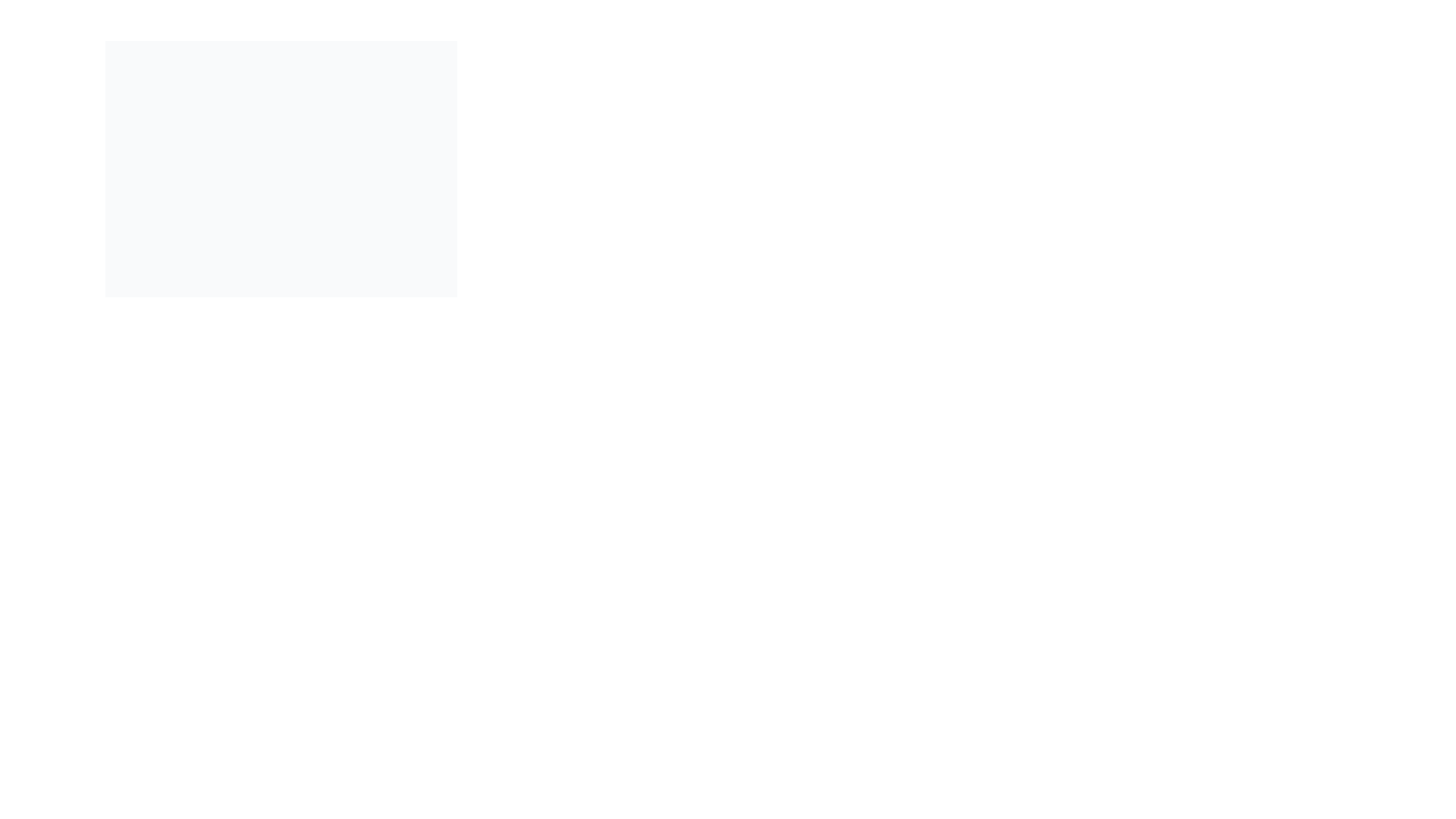 This screenshot has height=819, width=1456. What do you see at coordinates (281, 160) in the screenshot?
I see `the central white modal or popup box related to palette creation, which is a rectangular panel with a drop shadow` at bounding box center [281, 160].